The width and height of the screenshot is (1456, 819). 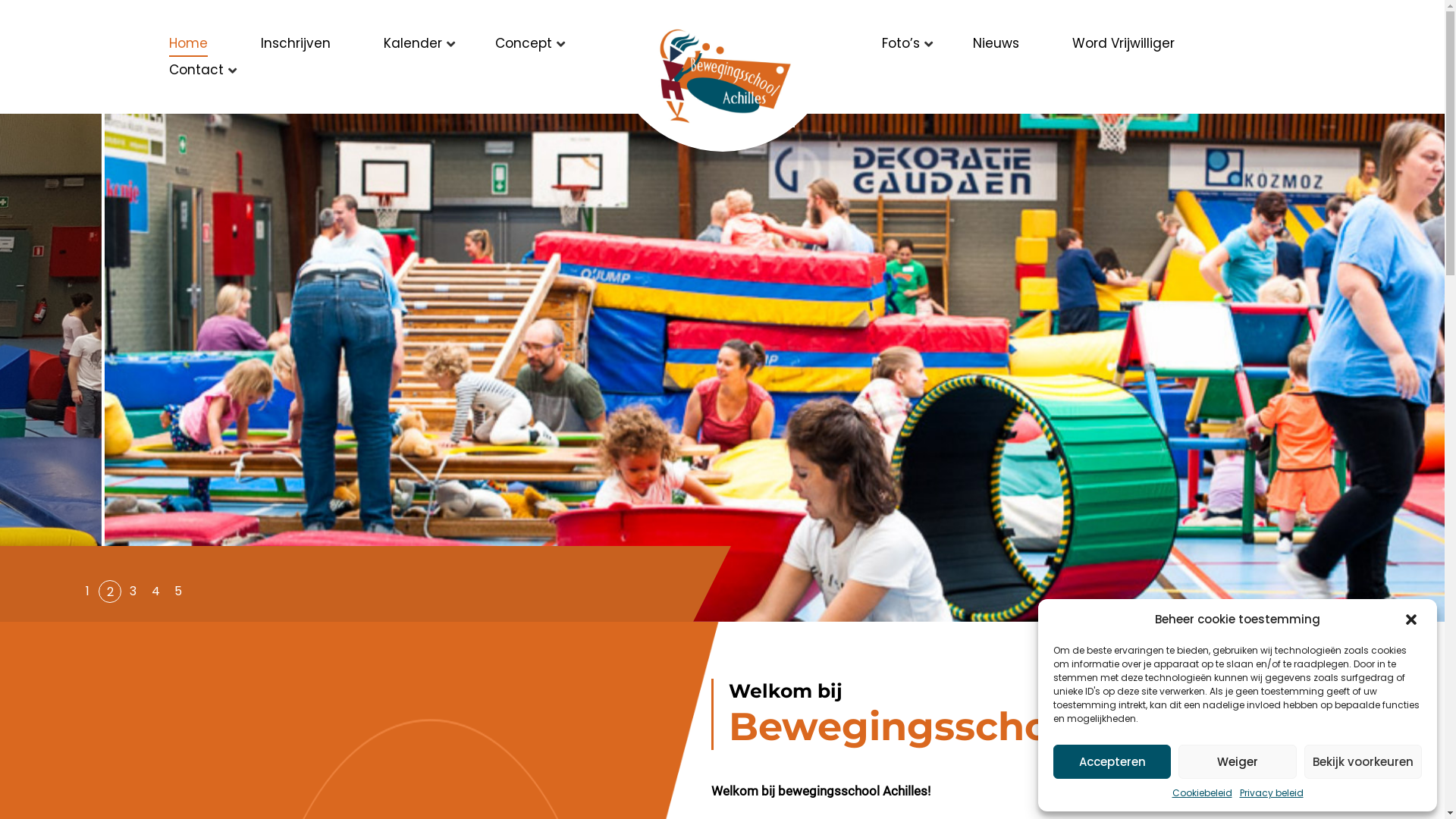 I want to click on 'Cookiebeleid', so click(x=1201, y=792).